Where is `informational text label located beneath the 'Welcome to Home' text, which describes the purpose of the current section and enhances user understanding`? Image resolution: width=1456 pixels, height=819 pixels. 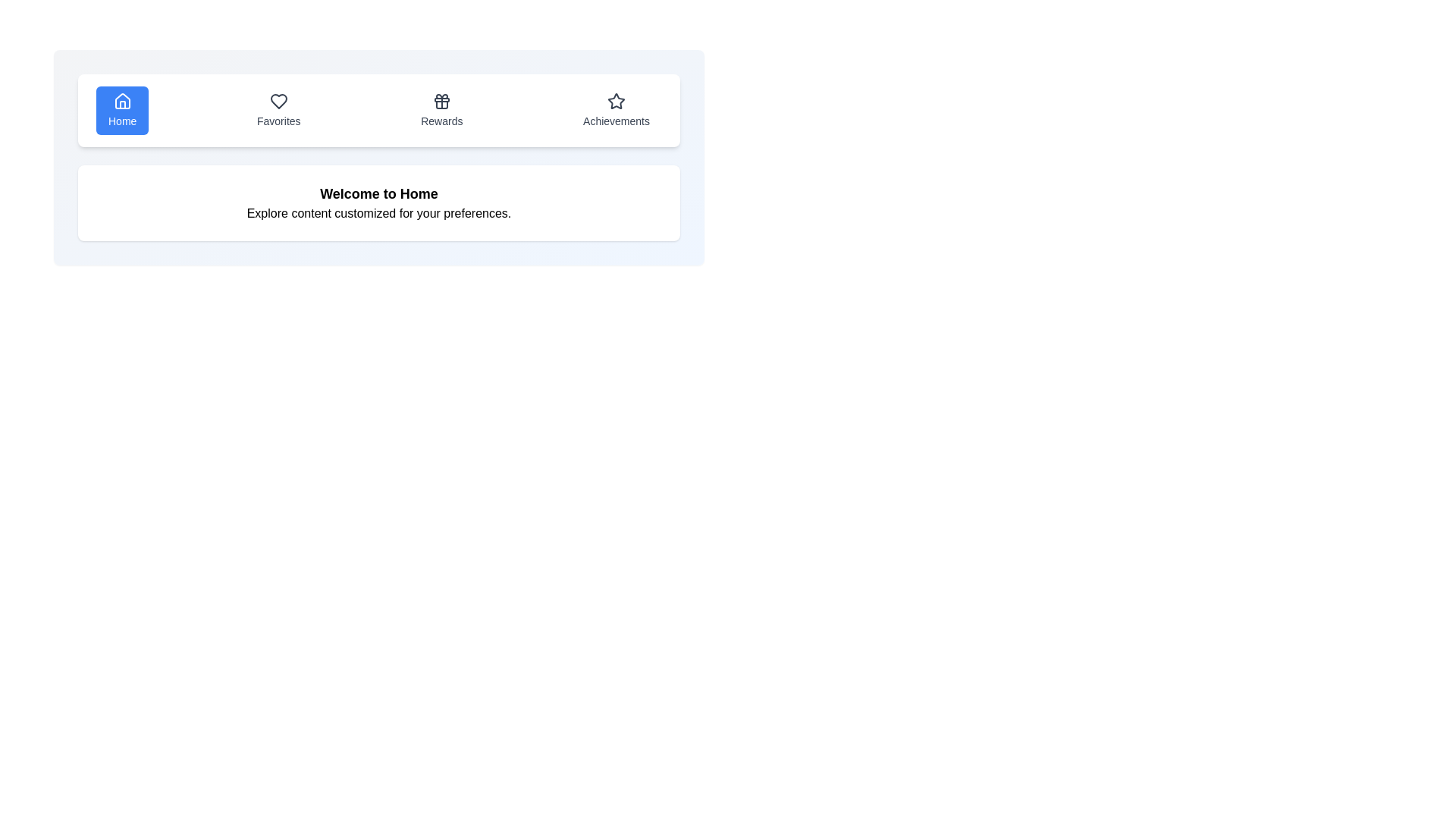
informational text label located beneath the 'Welcome to Home' text, which describes the purpose of the current section and enhances user understanding is located at coordinates (378, 213).